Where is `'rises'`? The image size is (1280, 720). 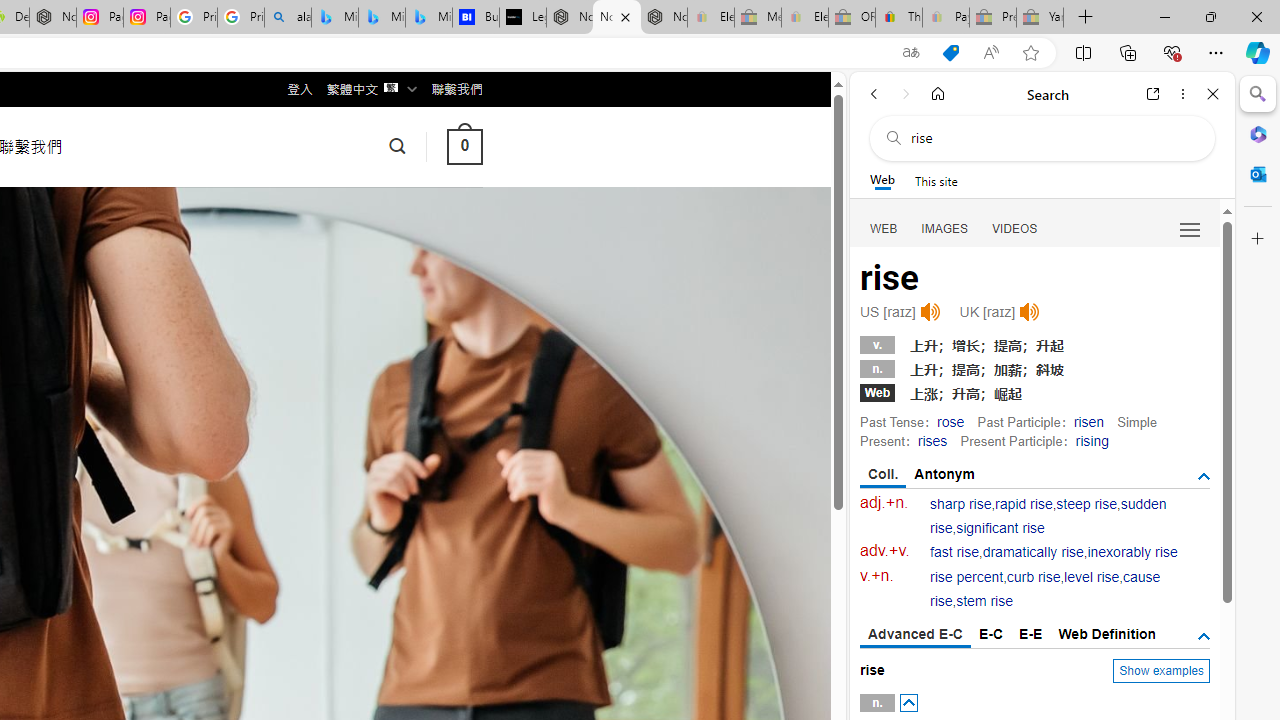
'rises' is located at coordinates (931, 440).